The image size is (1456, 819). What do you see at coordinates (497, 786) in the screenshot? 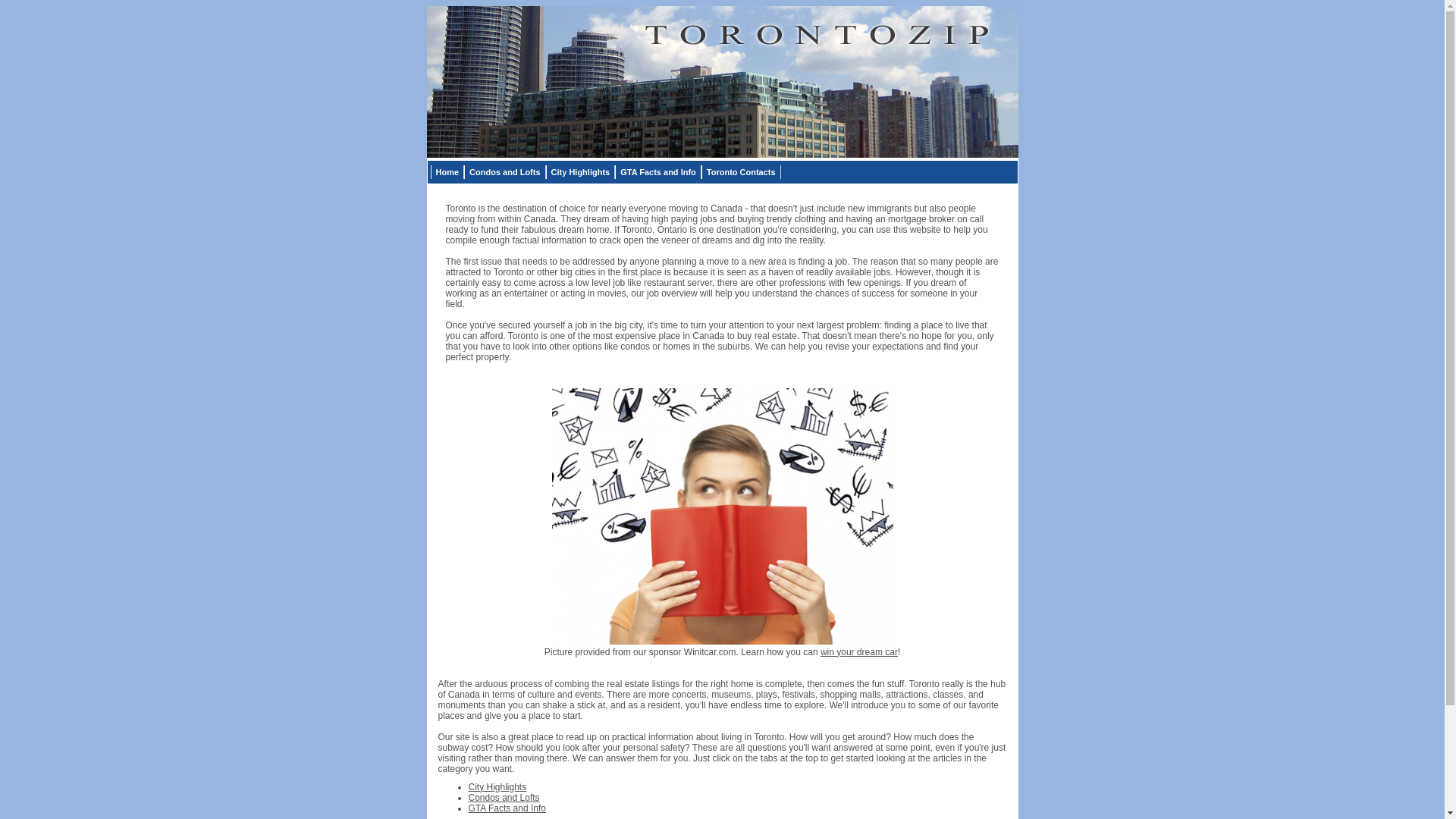
I see `'City Highlights'` at bounding box center [497, 786].